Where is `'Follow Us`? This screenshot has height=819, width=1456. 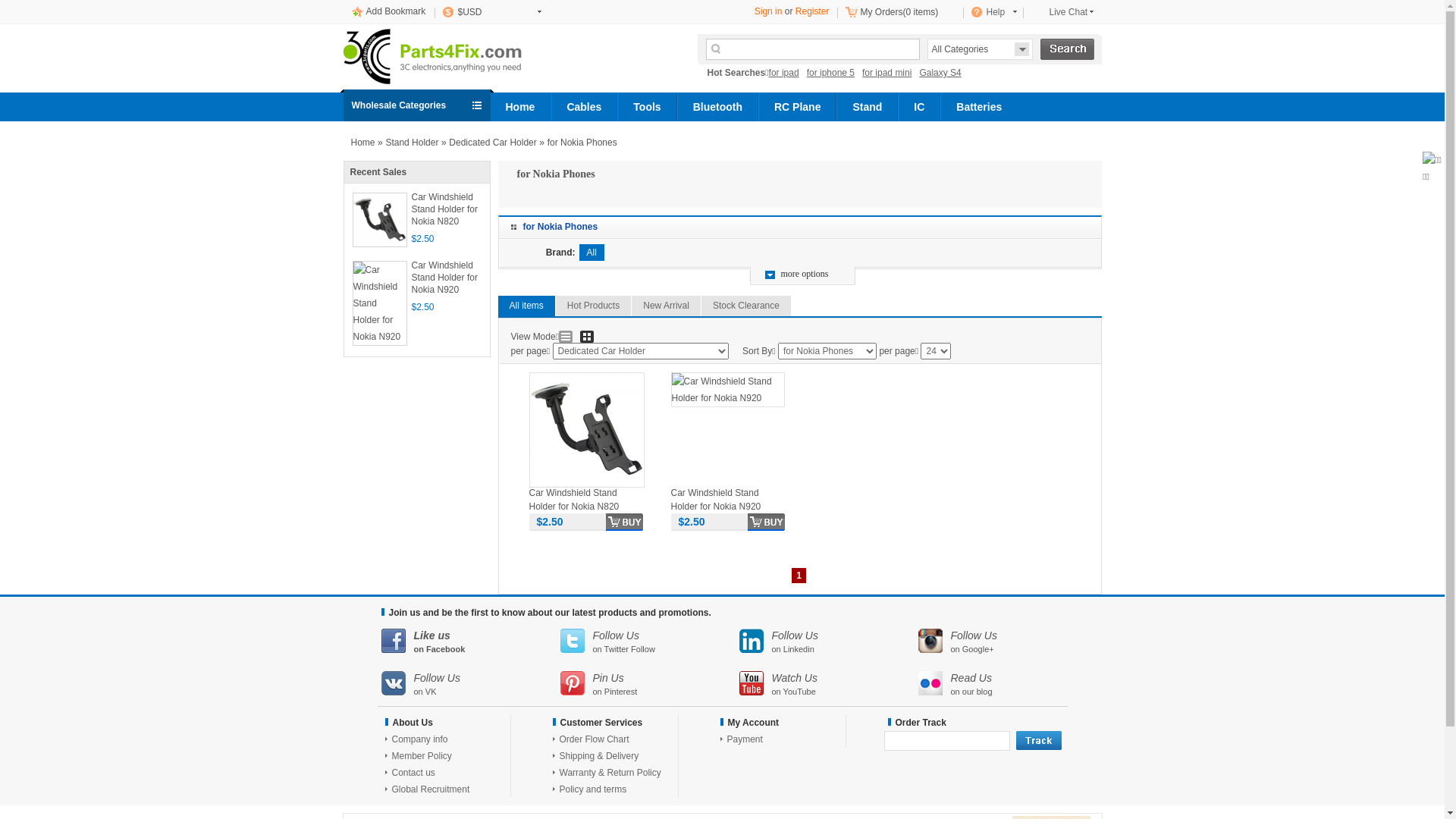 'Follow Us is located at coordinates (827, 641).